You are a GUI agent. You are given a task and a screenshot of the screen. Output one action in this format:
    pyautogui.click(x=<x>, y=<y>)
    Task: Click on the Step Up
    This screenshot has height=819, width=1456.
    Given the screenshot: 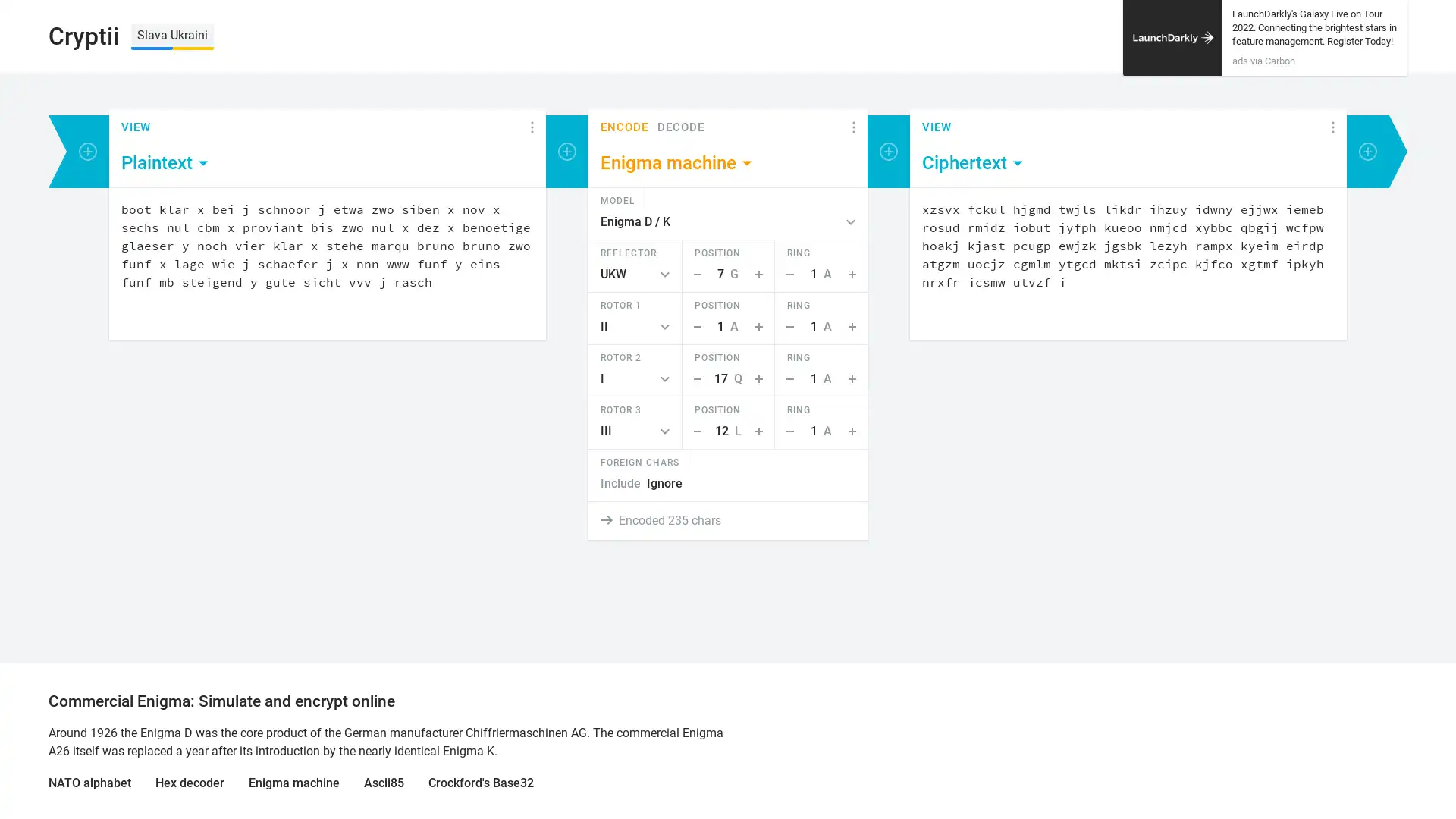 What is the action you would take?
    pyautogui.click(x=855, y=431)
    